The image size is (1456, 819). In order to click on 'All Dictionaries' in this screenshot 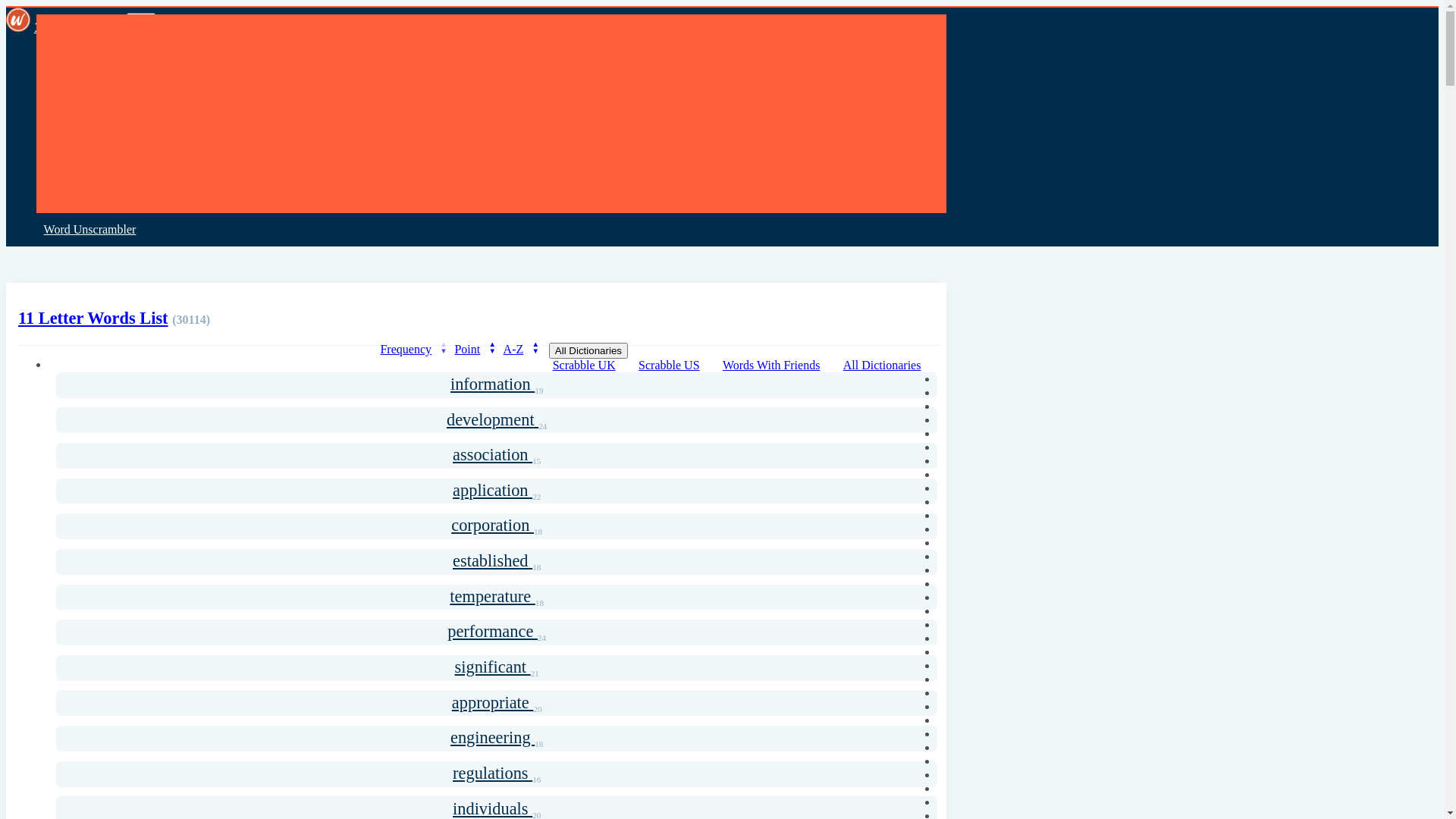, I will do `click(588, 350)`.